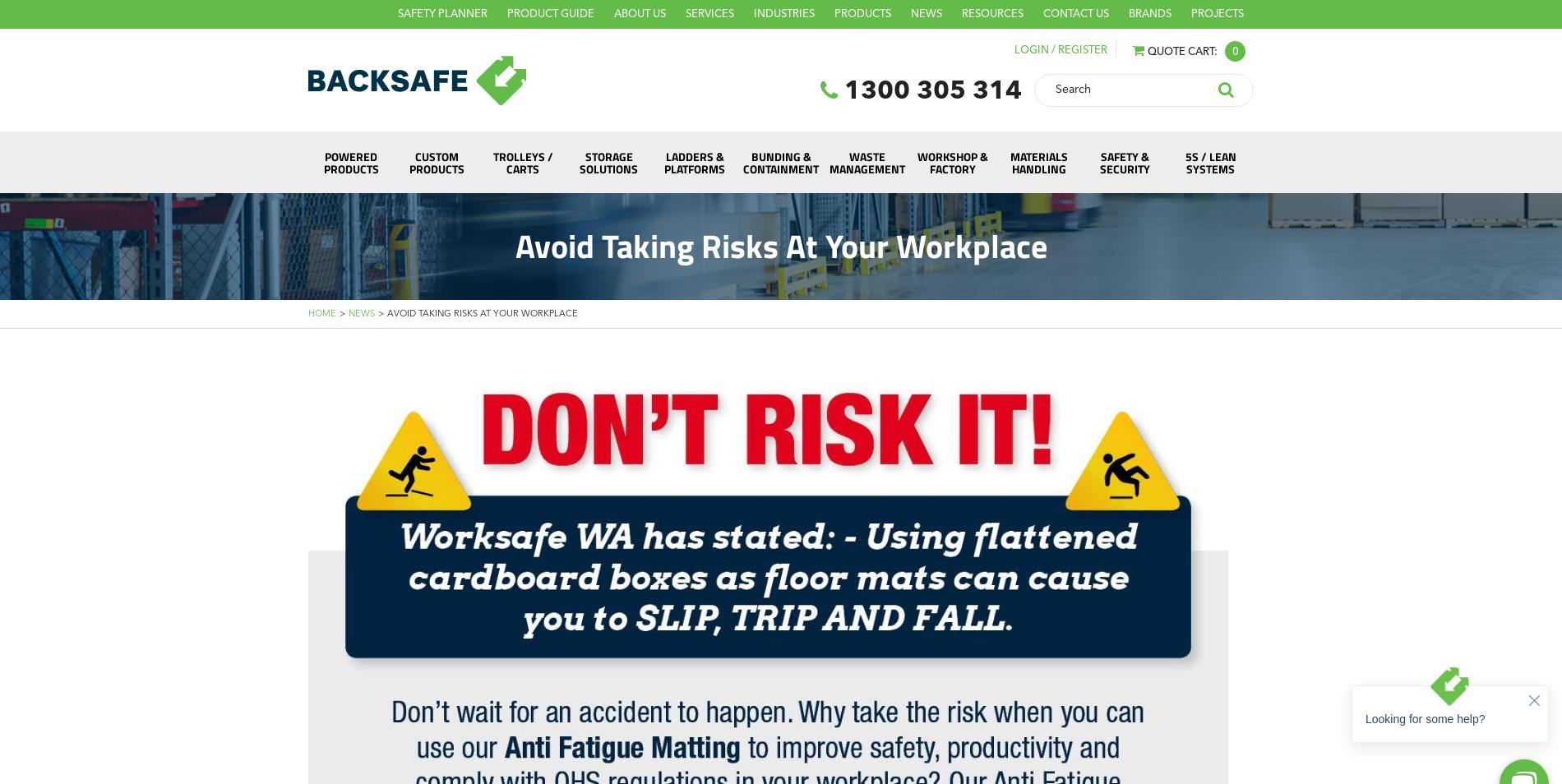 This screenshot has width=1562, height=784. What do you see at coordinates (693, 161) in the screenshot?
I see `'Ladders & Platforms'` at bounding box center [693, 161].